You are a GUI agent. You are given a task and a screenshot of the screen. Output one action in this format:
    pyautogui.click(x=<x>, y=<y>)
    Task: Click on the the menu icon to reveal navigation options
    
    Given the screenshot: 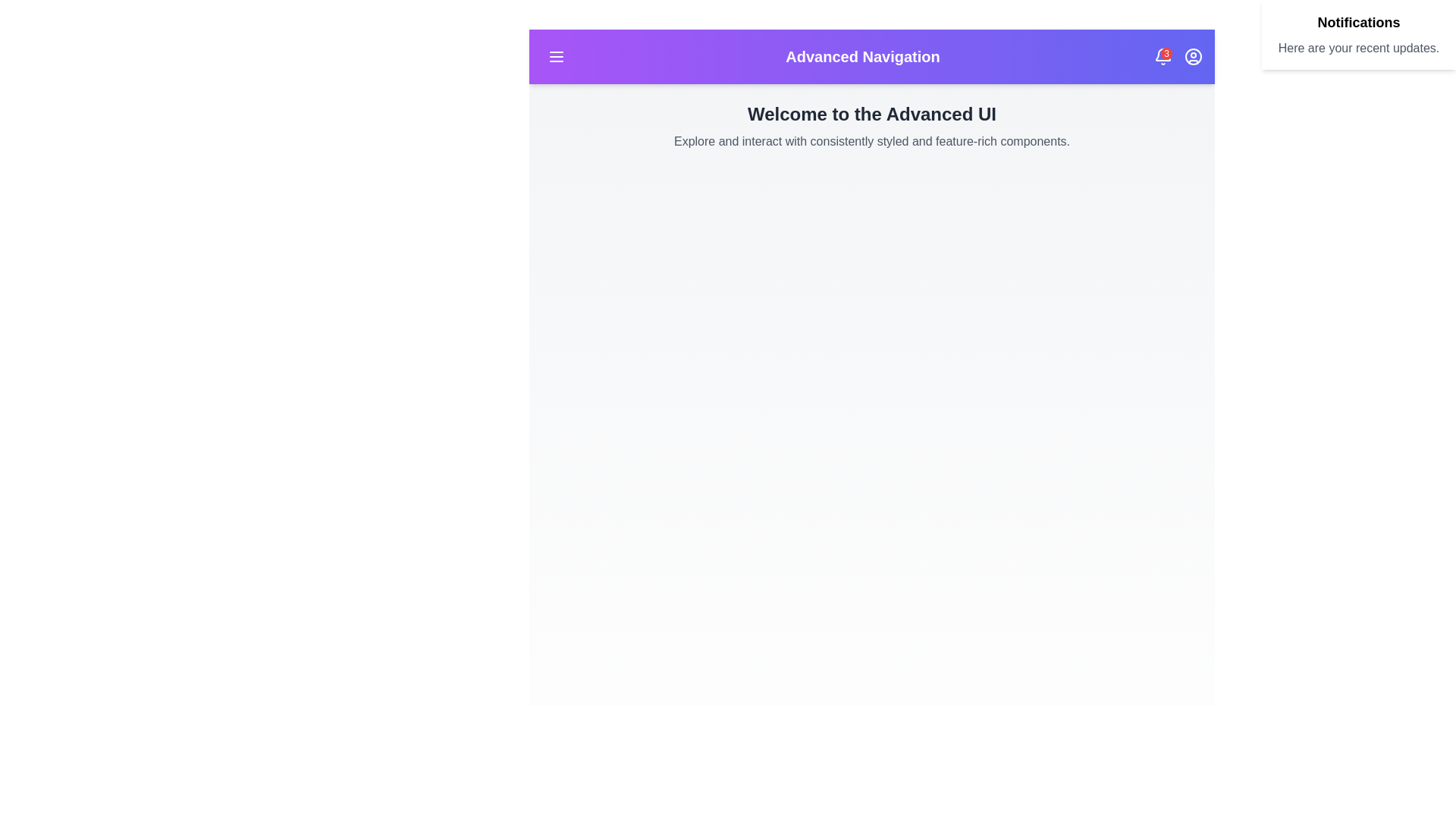 What is the action you would take?
    pyautogui.click(x=556, y=55)
    